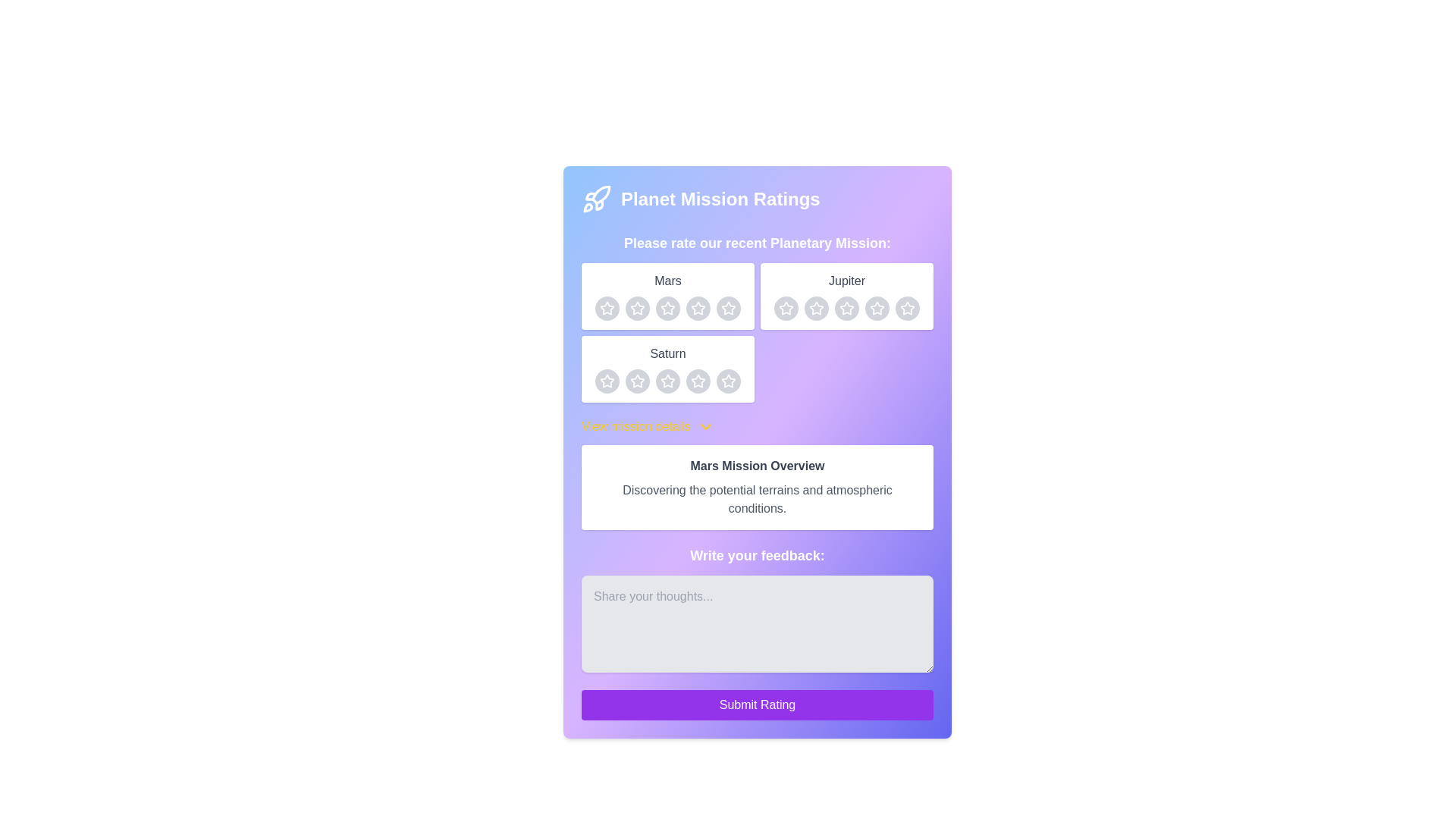  What do you see at coordinates (757, 242) in the screenshot?
I see `the instruction text located beneath the heading 'Planet Mission Ratings' and above the rating options 'Mars', 'Jupiter', and 'Saturn'` at bounding box center [757, 242].